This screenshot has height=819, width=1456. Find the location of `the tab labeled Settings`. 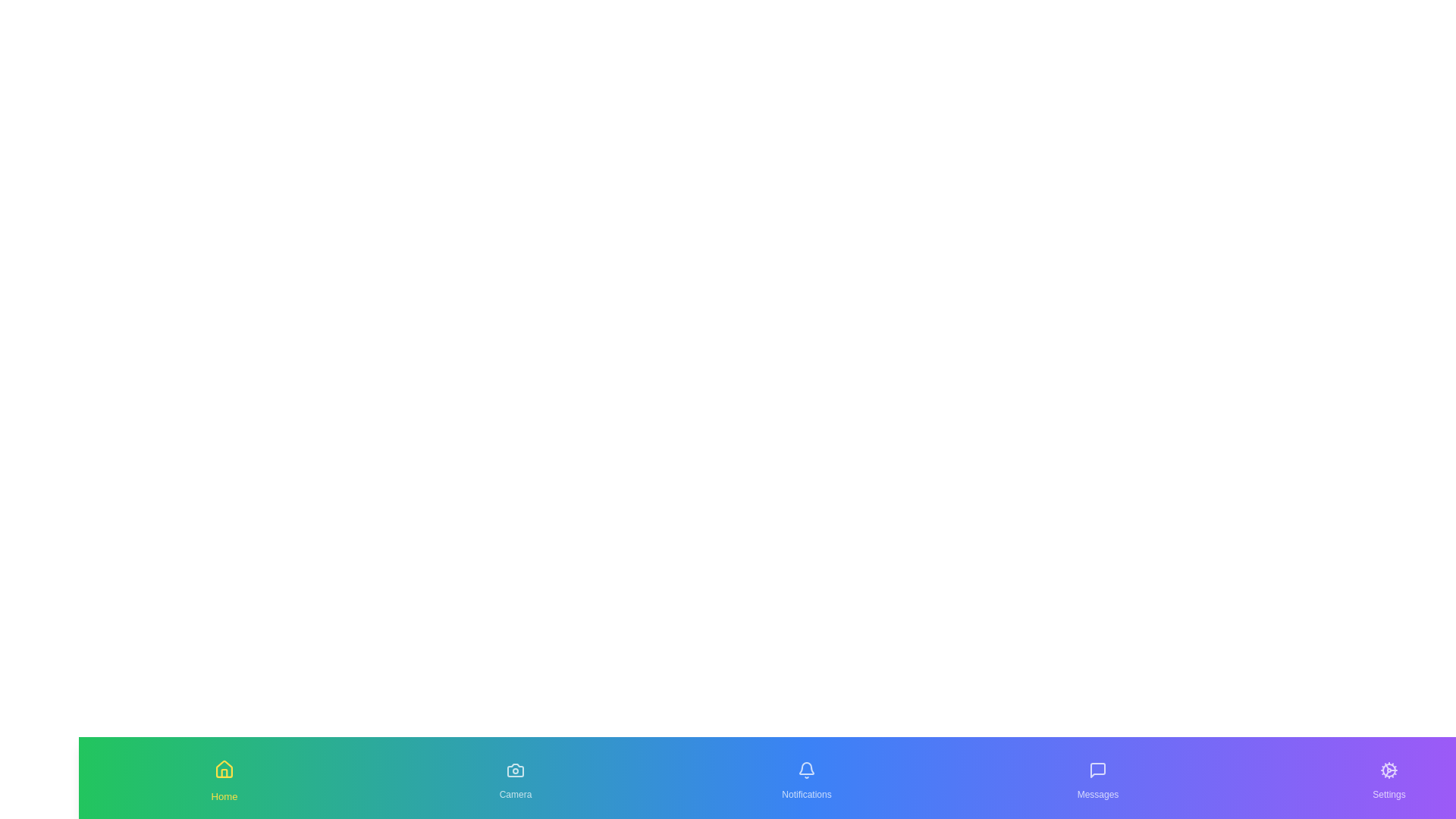

the tab labeled Settings is located at coordinates (1389, 778).